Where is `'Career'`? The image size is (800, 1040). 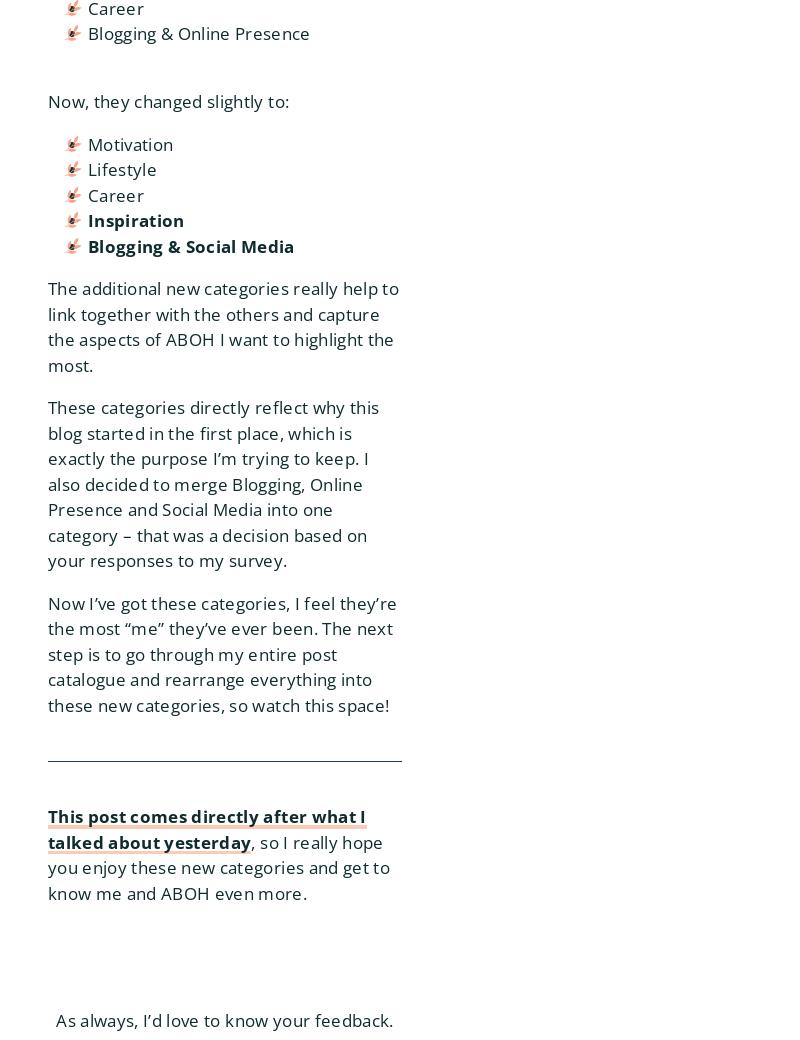 'Career' is located at coordinates (114, 194).